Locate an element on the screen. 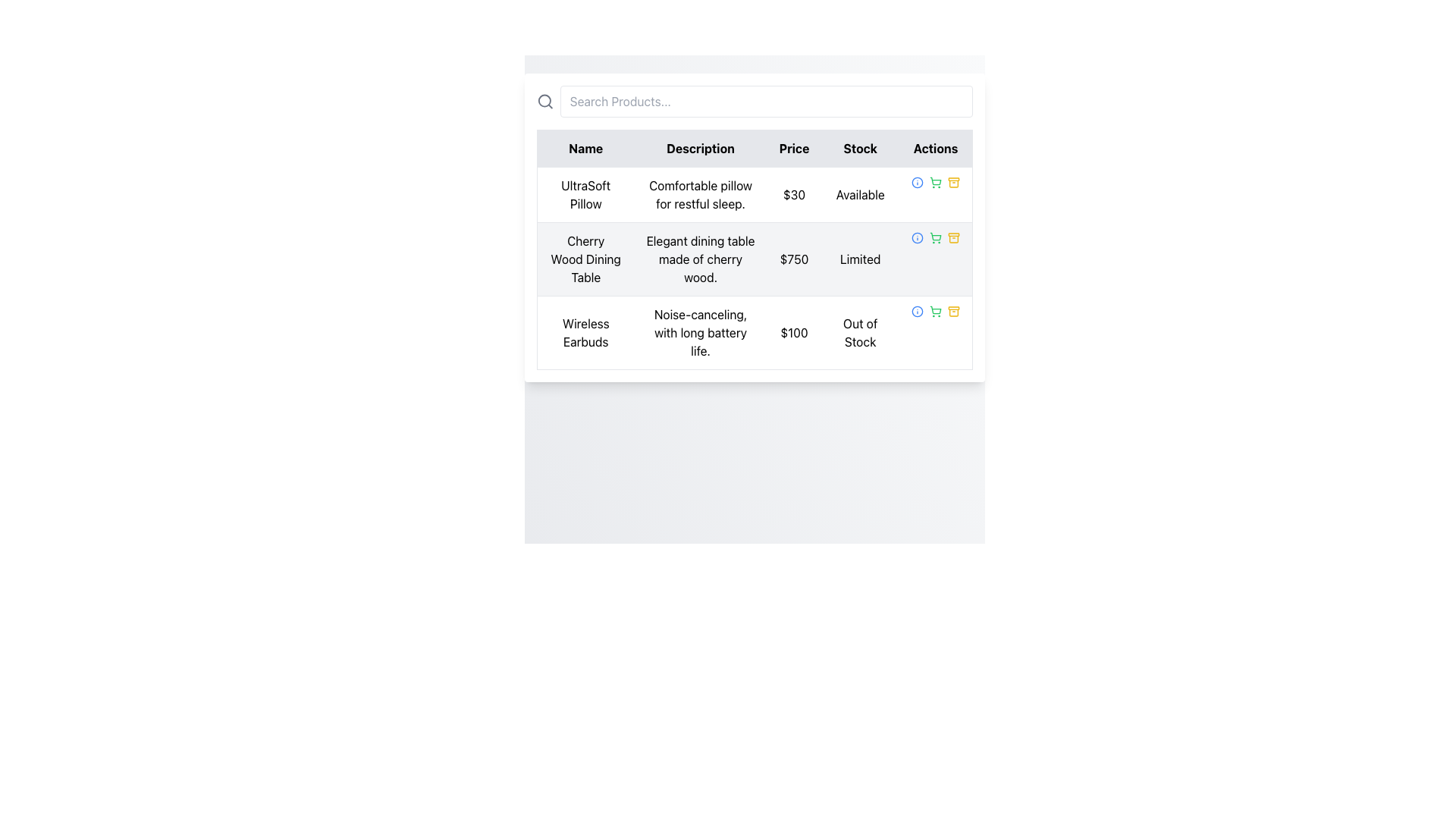 This screenshot has width=1456, height=819. the small blue circular icon with an 'info' symbol in the 'Actions' column of the first row for the product 'UltraSoft Pillow' is located at coordinates (916, 181).